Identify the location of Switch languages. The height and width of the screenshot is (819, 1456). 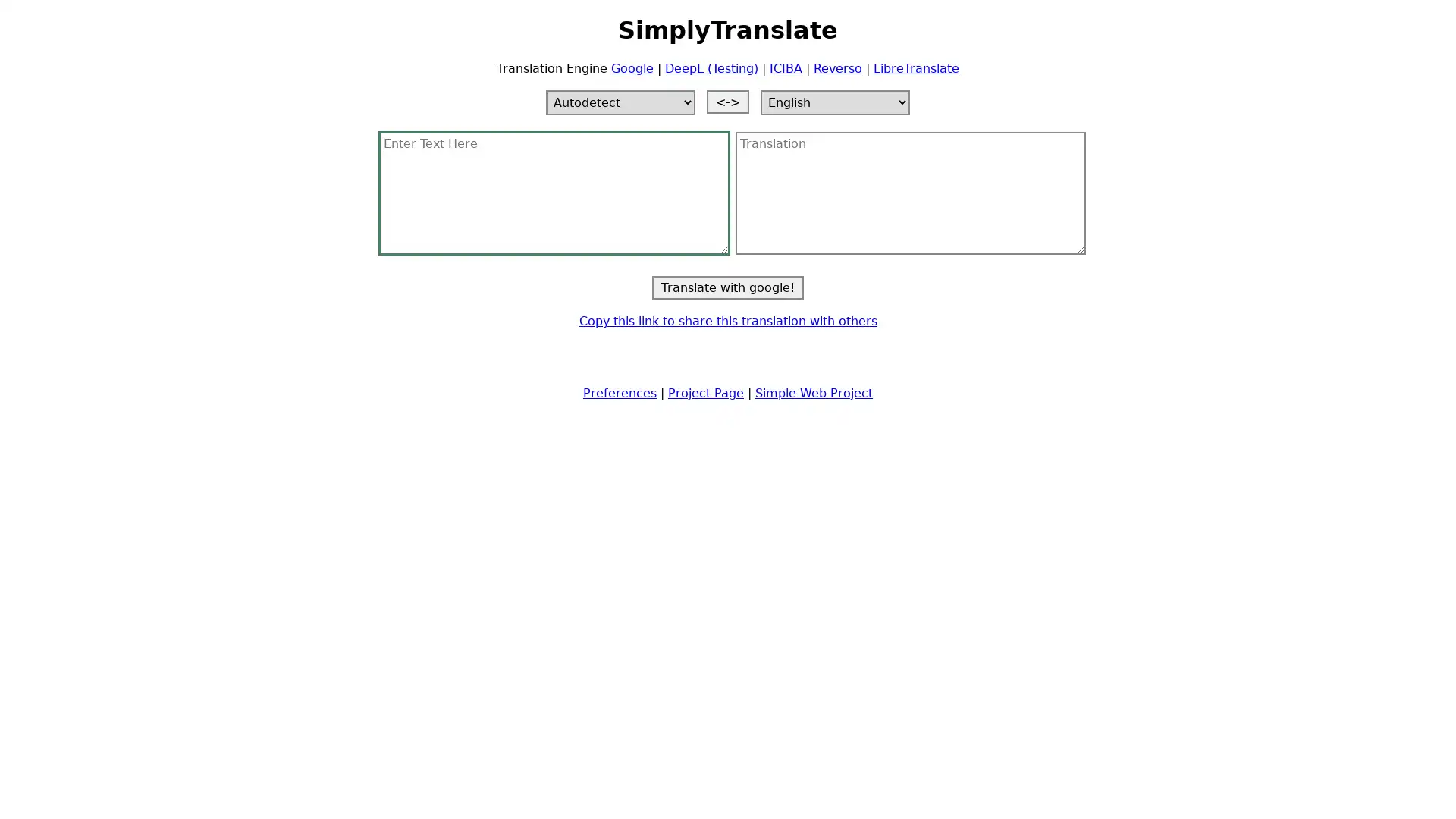
(728, 101).